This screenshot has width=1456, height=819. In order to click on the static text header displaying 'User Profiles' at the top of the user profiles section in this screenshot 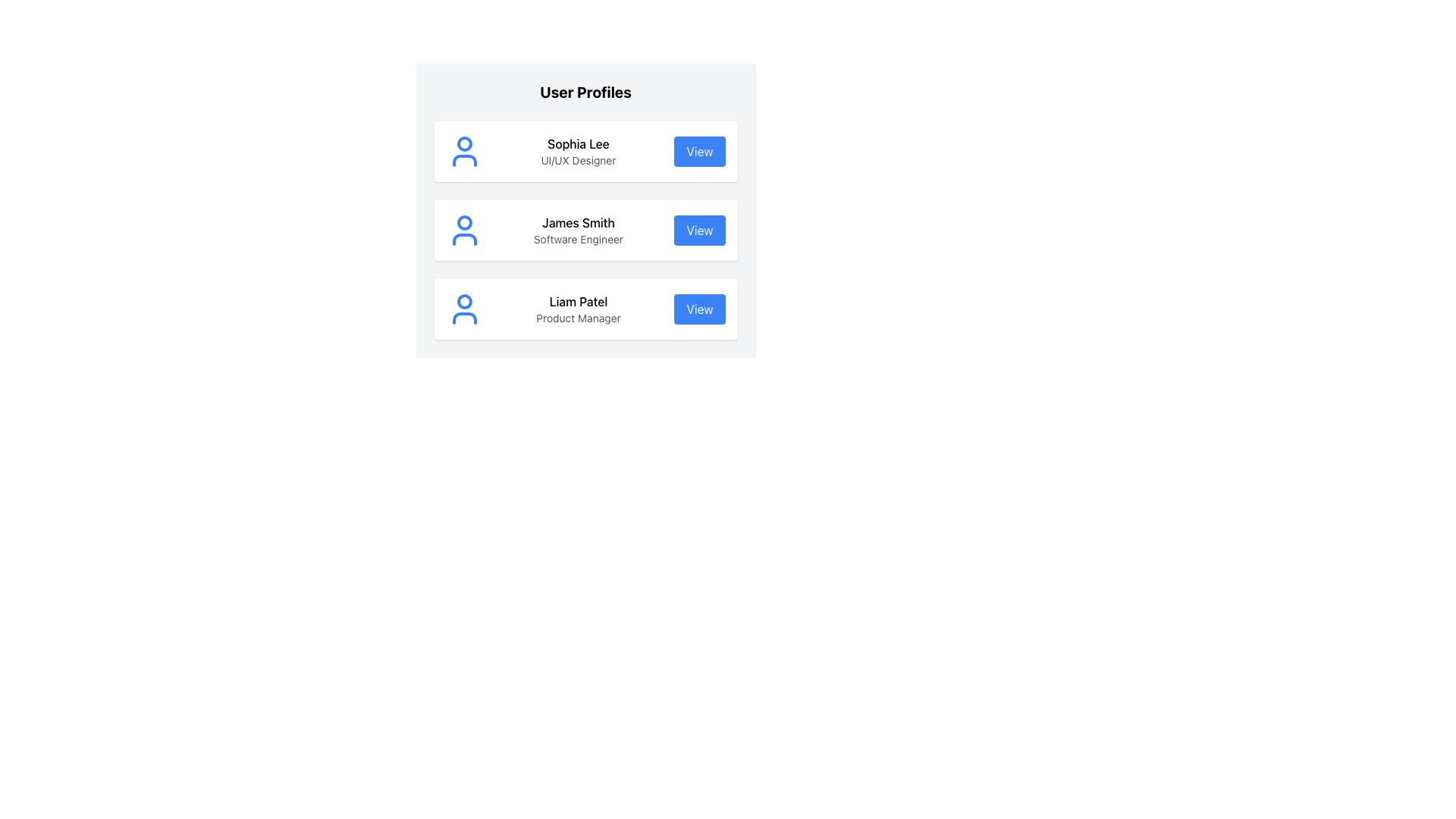, I will do `click(585, 93)`.